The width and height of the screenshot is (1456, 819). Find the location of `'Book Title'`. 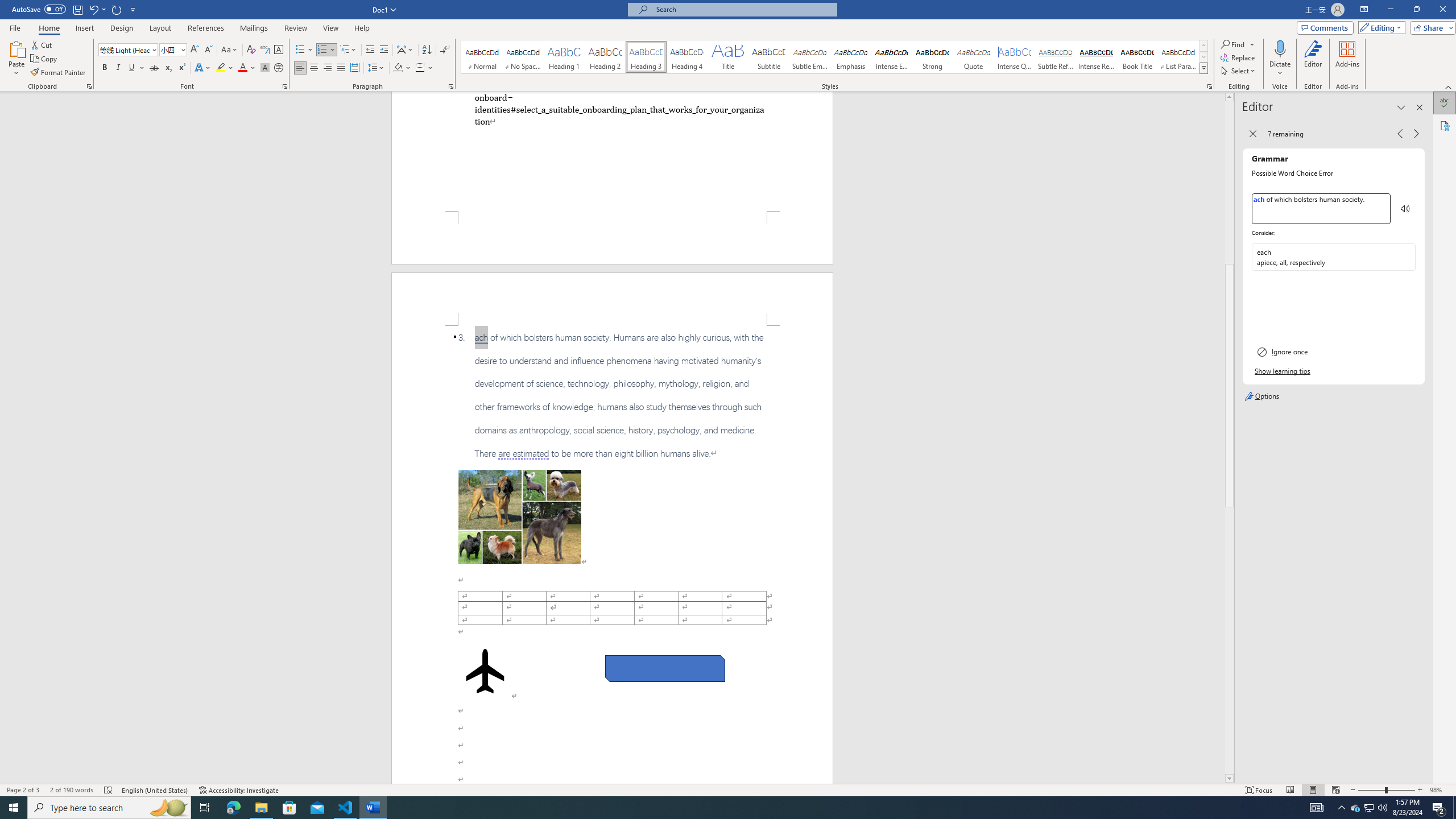

'Book Title' is located at coordinates (1136, 56).